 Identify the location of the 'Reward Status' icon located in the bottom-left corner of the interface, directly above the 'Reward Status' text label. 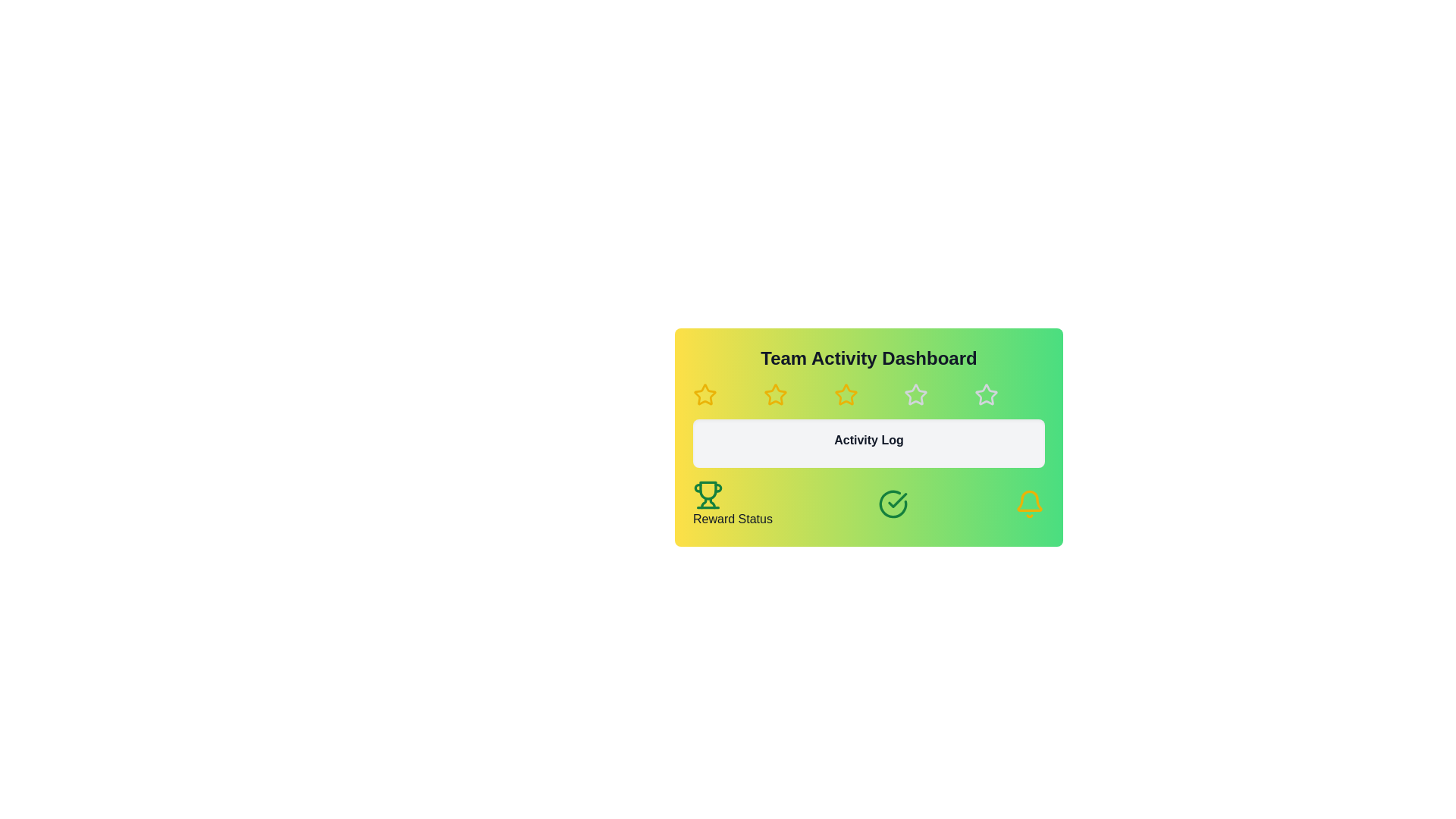
(708, 494).